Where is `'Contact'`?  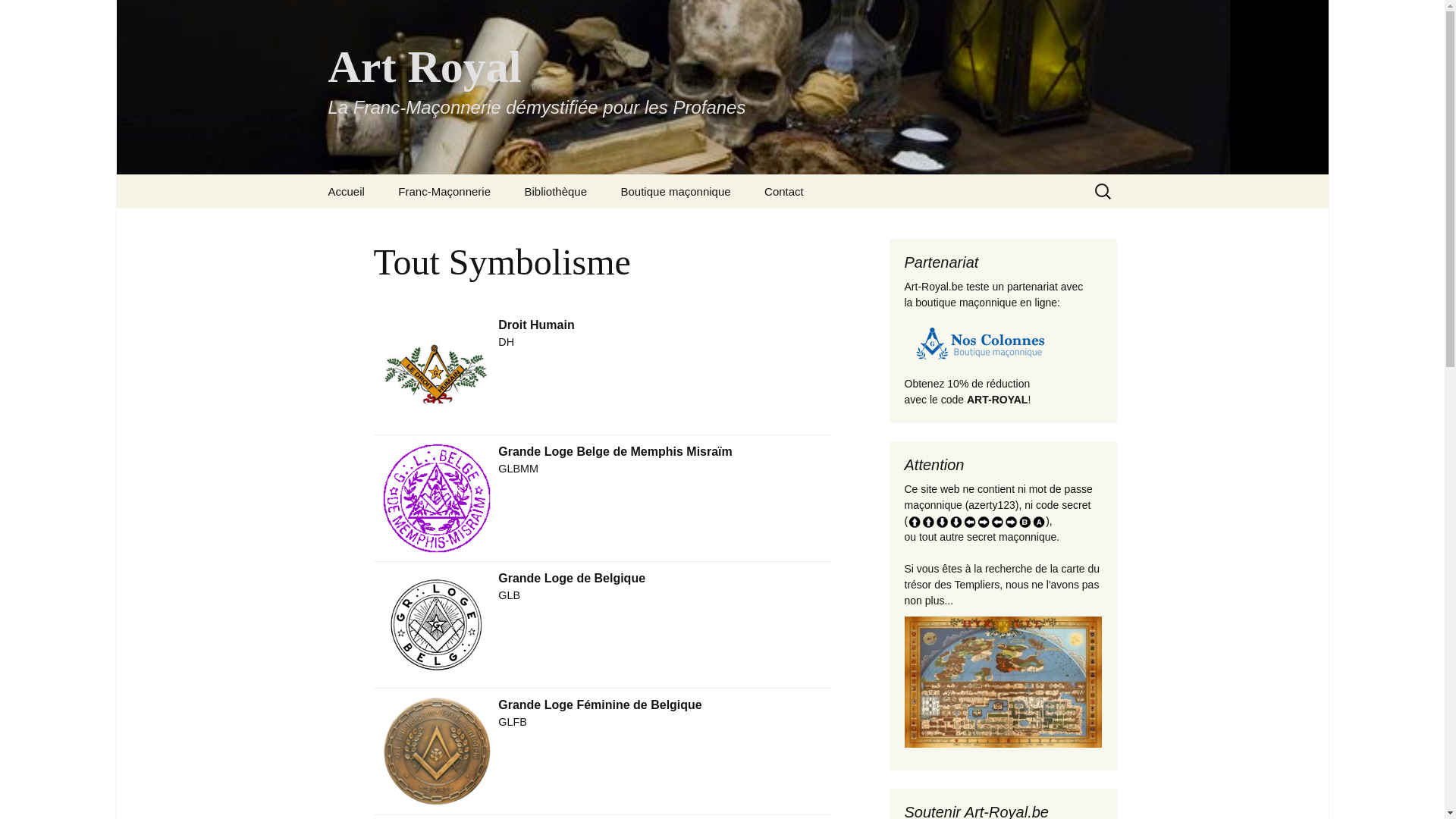 'Contact' is located at coordinates (749, 190).